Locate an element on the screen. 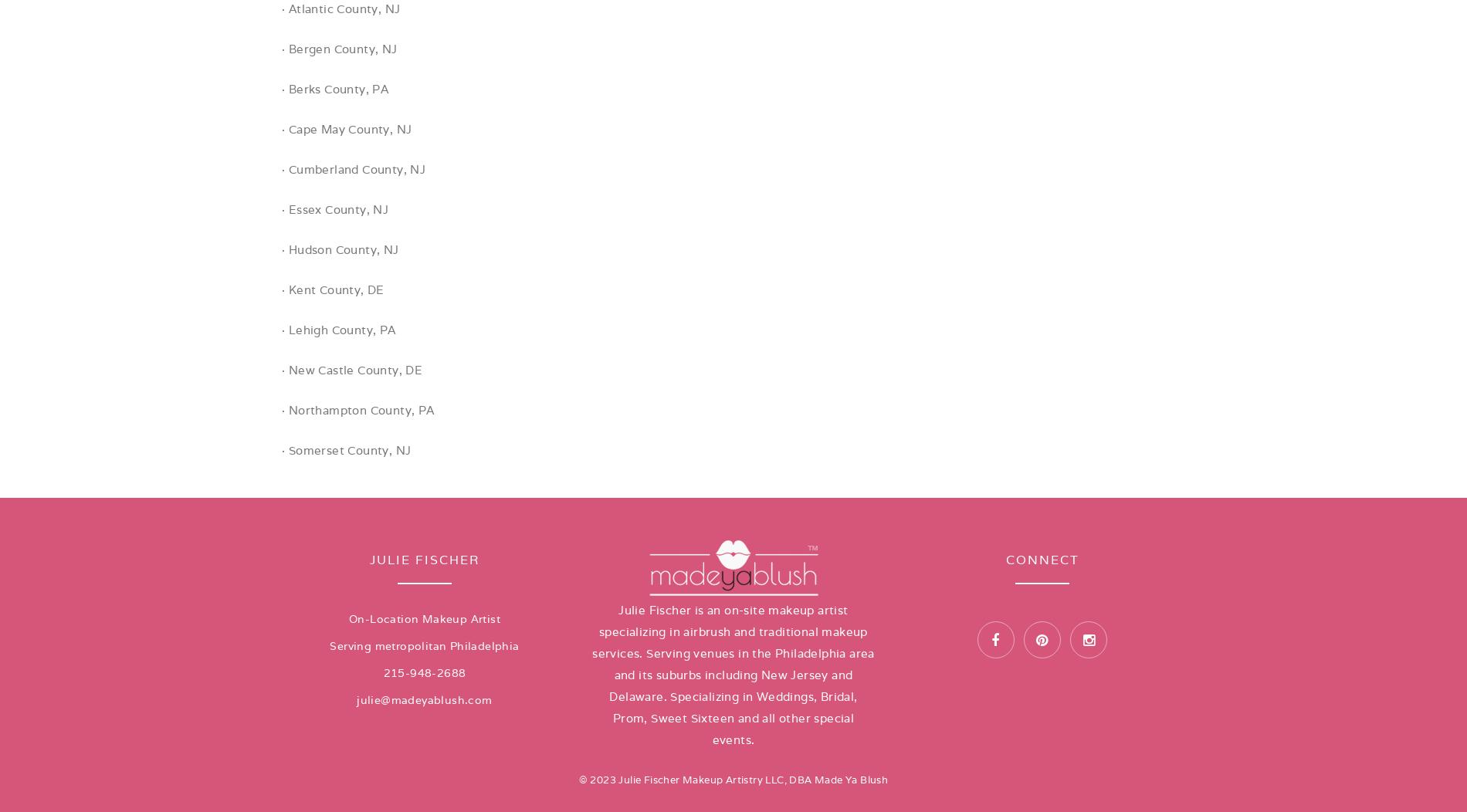 The height and width of the screenshot is (812, 1467). '· Essex County, NJ' is located at coordinates (334, 209).